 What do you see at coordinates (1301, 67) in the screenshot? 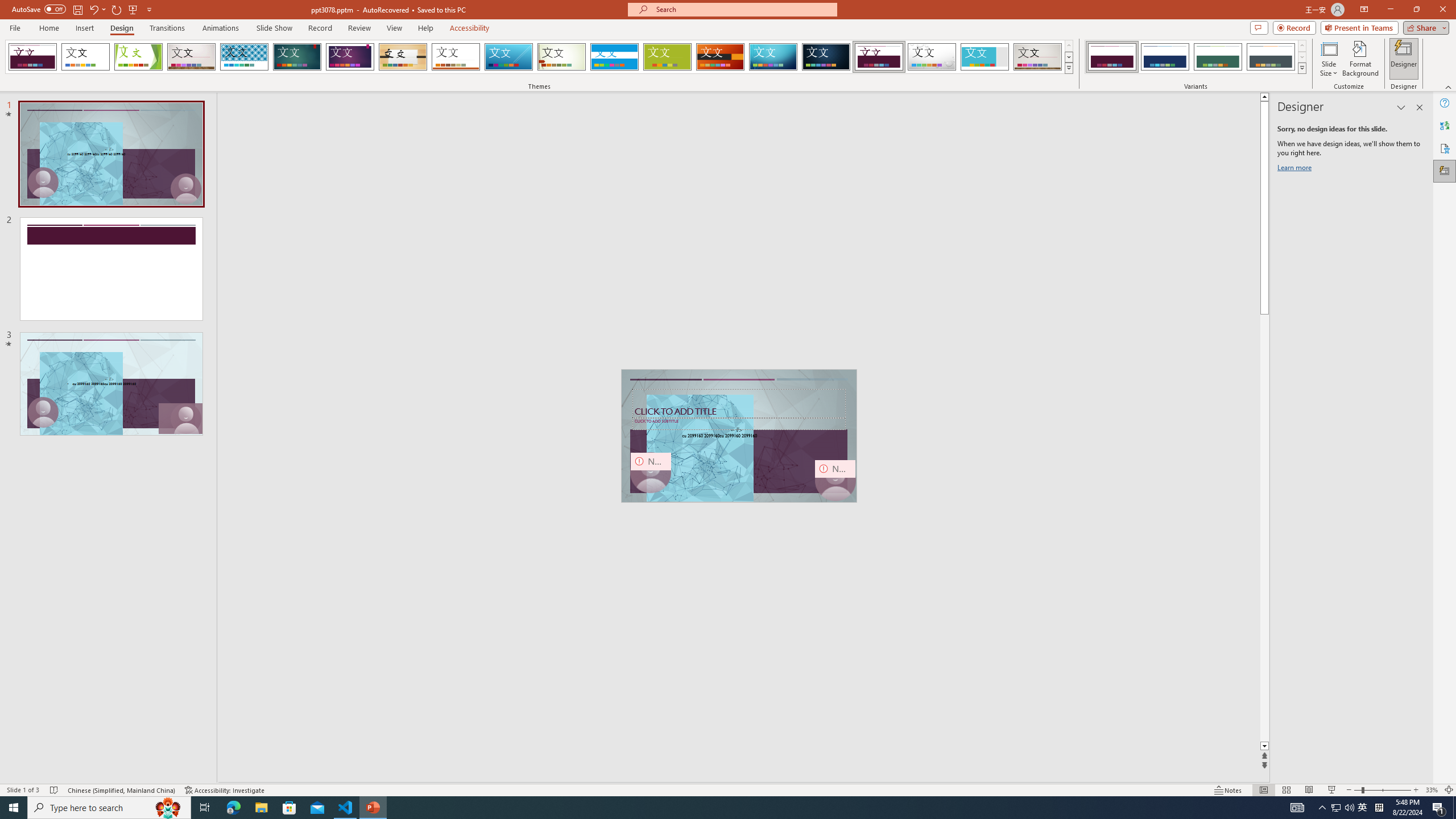
I see `'Variants'` at bounding box center [1301, 67].